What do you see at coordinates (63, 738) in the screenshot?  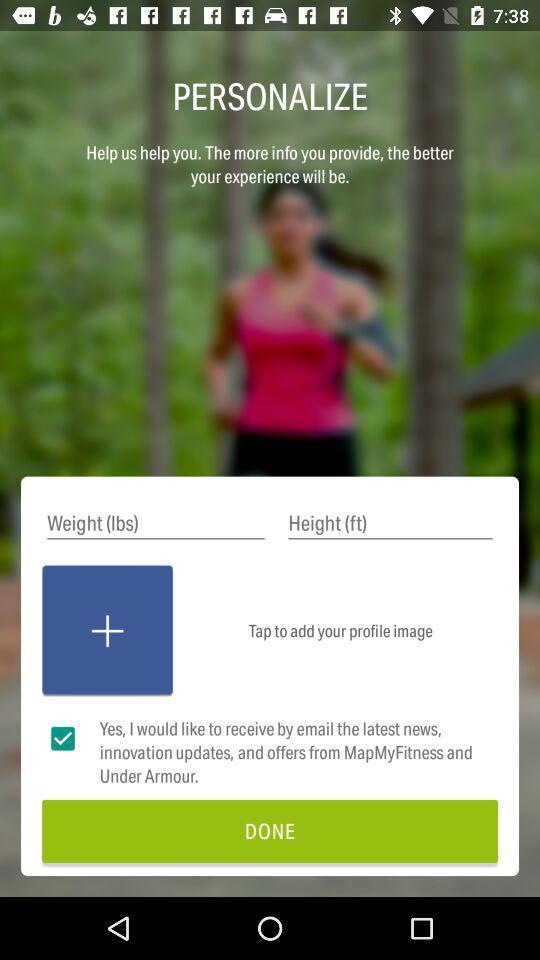 I see `the check box` at bounding box center [63, 738].